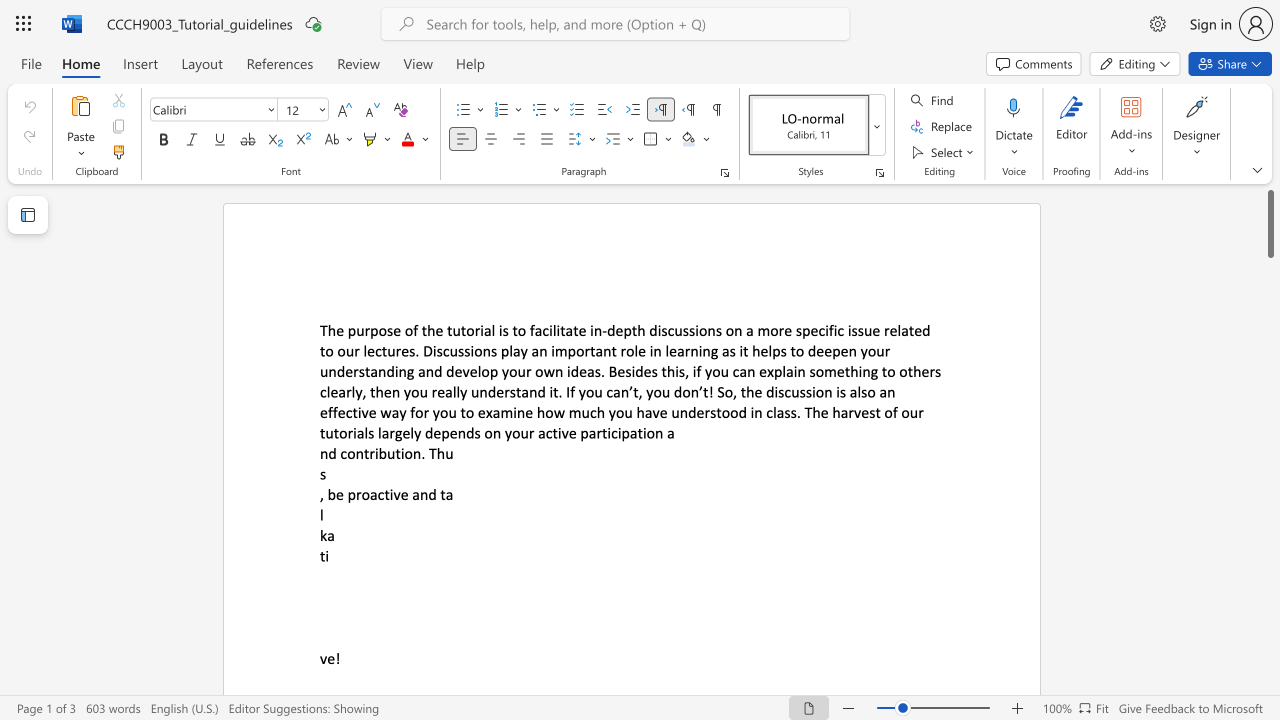  I want to click on the scrollbar to move the view down, so click(1269, 508).